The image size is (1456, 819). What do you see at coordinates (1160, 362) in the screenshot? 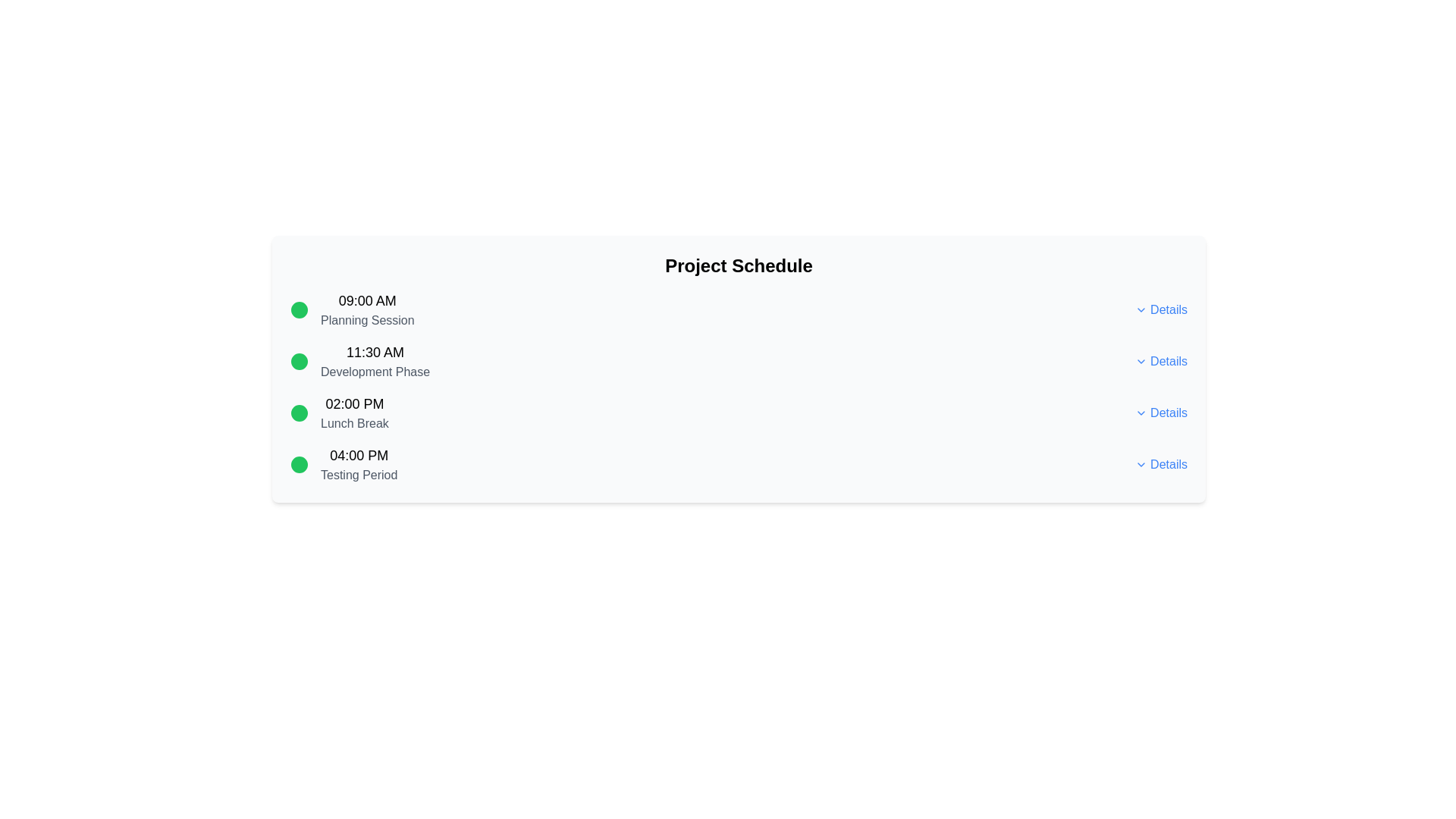
I see `the 'Details' button located on the far right of the item row containing '11:30 AM Development Phase'` at bounding box center [1160, 362].